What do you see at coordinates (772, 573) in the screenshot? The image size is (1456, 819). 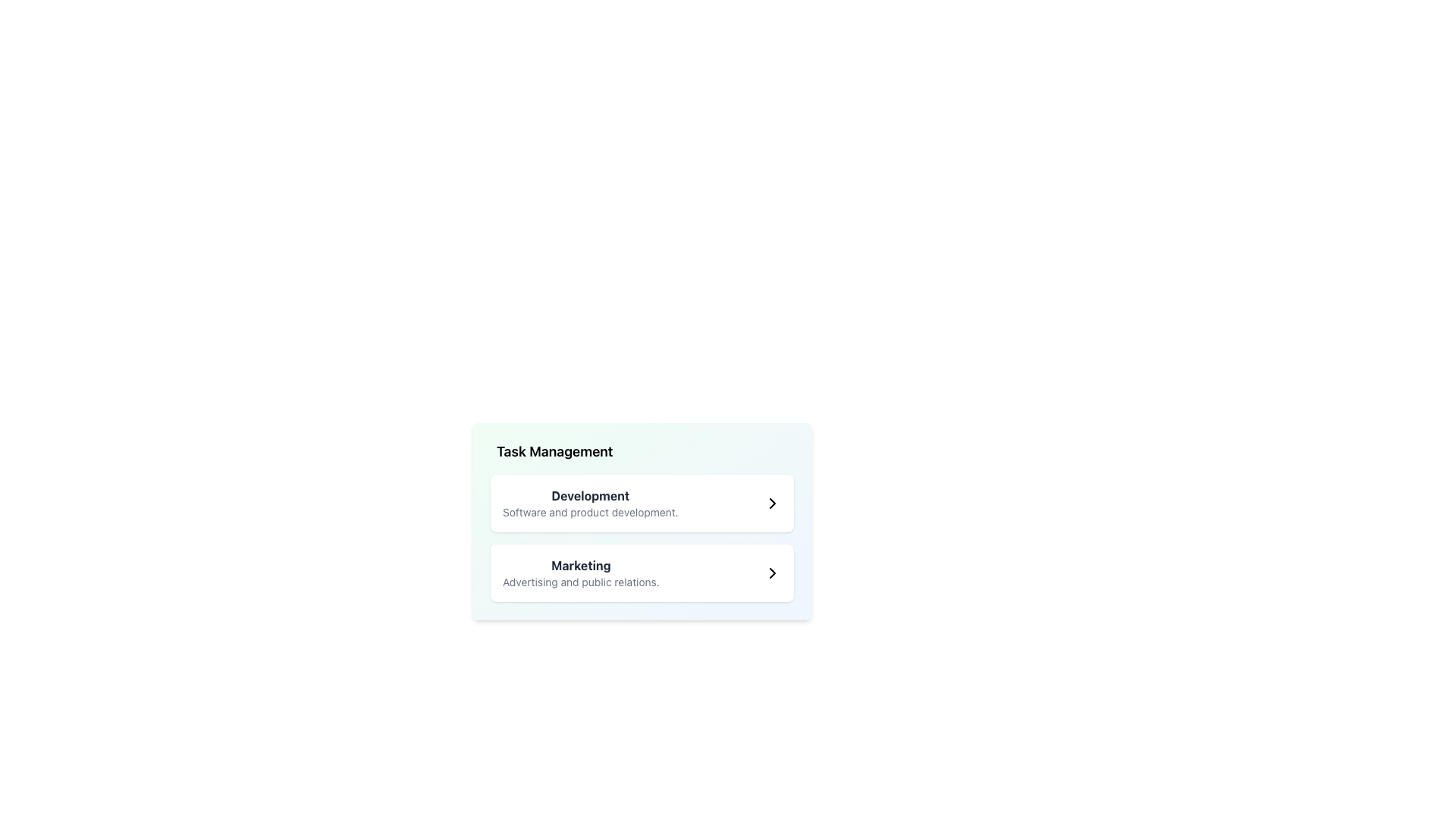 I see `the chevron arrow icon pointing to the right, located at the far right of the 'Marketing' section in the 'Task Management' card layout` at bounding box center [772, 573].